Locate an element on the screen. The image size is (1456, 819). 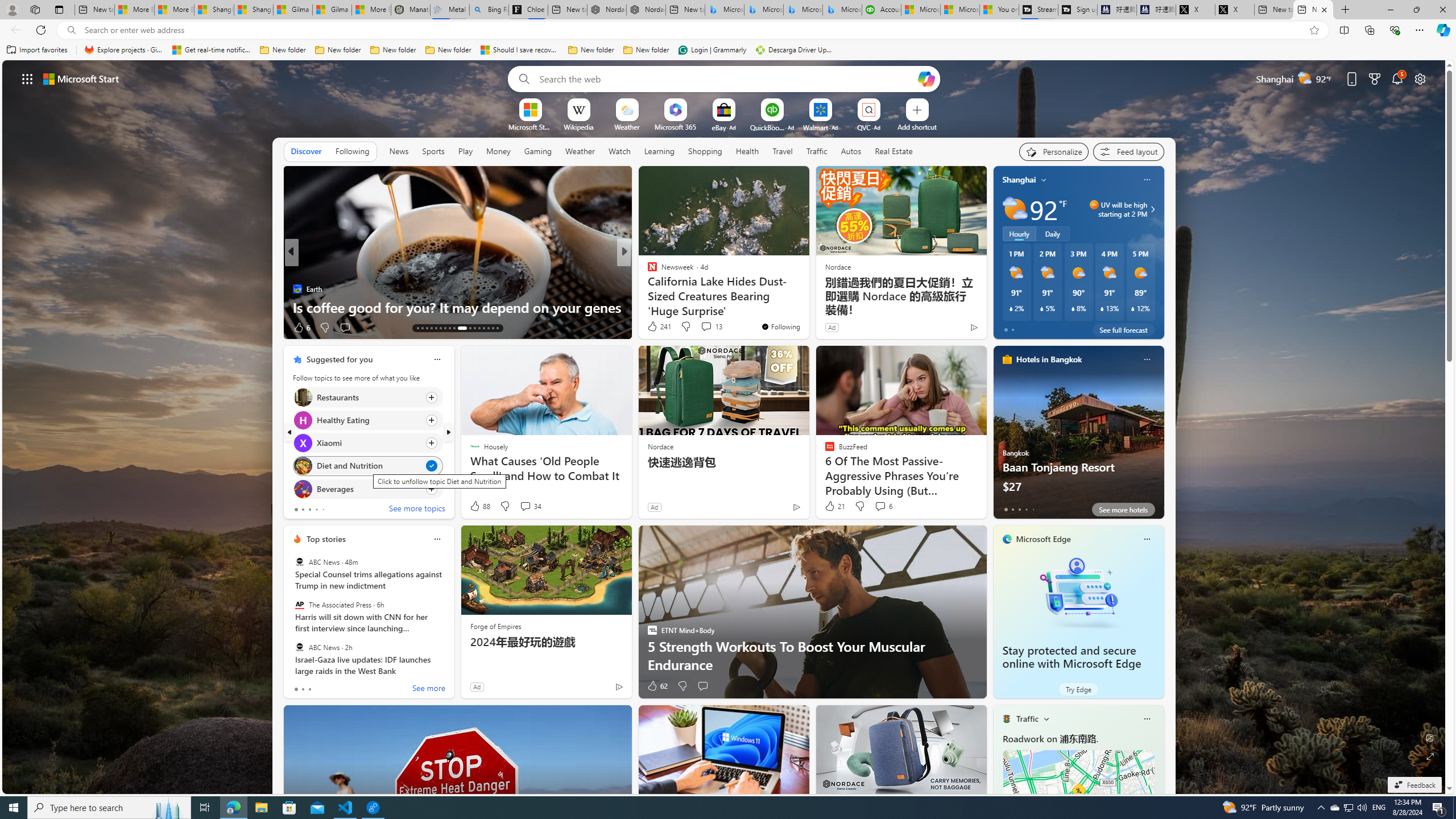
'Edit Background' is located at coordinates (1430, 737).